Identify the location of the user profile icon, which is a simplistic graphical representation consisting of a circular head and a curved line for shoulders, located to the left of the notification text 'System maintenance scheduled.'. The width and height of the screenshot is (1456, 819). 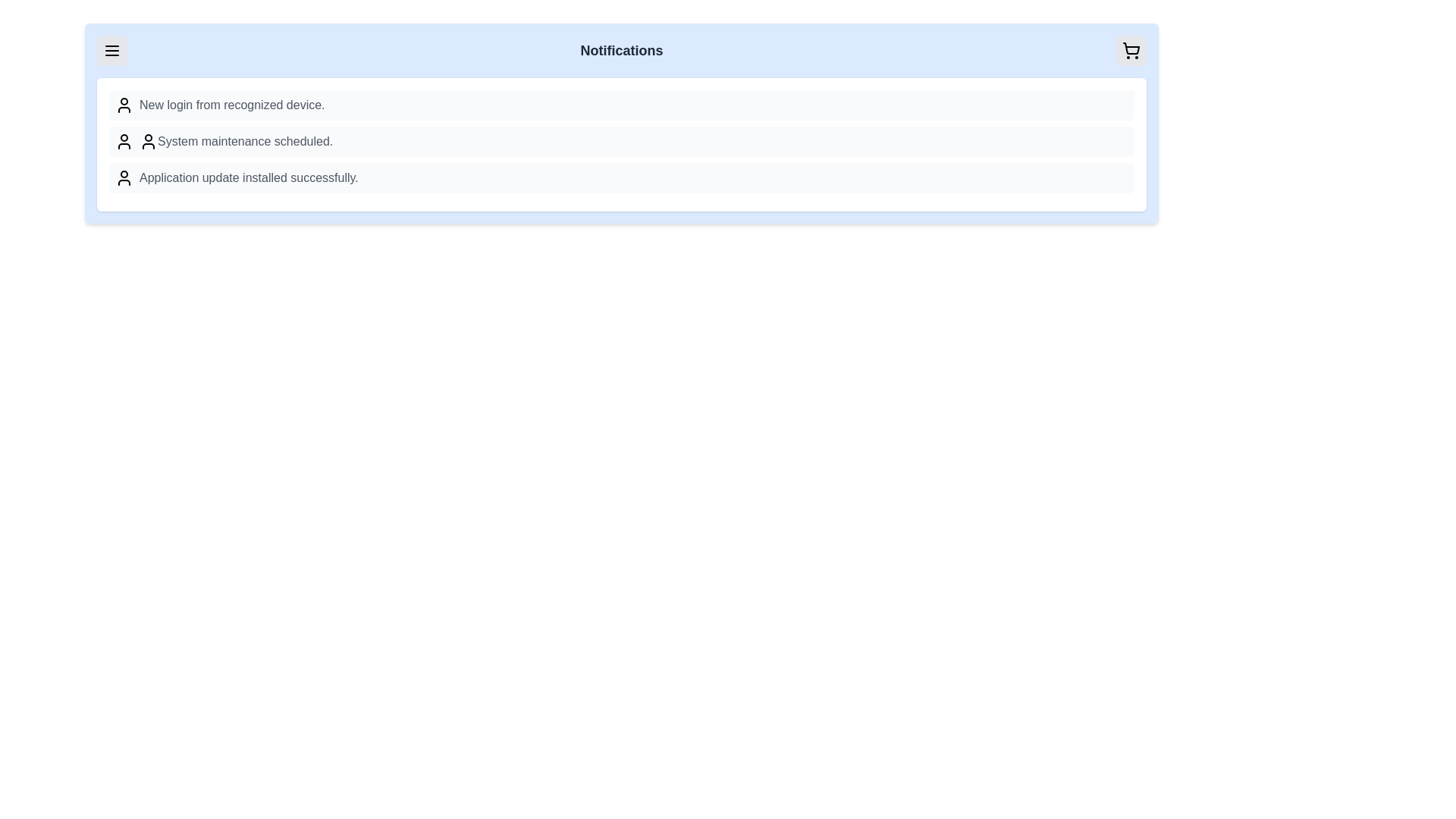
(149, 141).